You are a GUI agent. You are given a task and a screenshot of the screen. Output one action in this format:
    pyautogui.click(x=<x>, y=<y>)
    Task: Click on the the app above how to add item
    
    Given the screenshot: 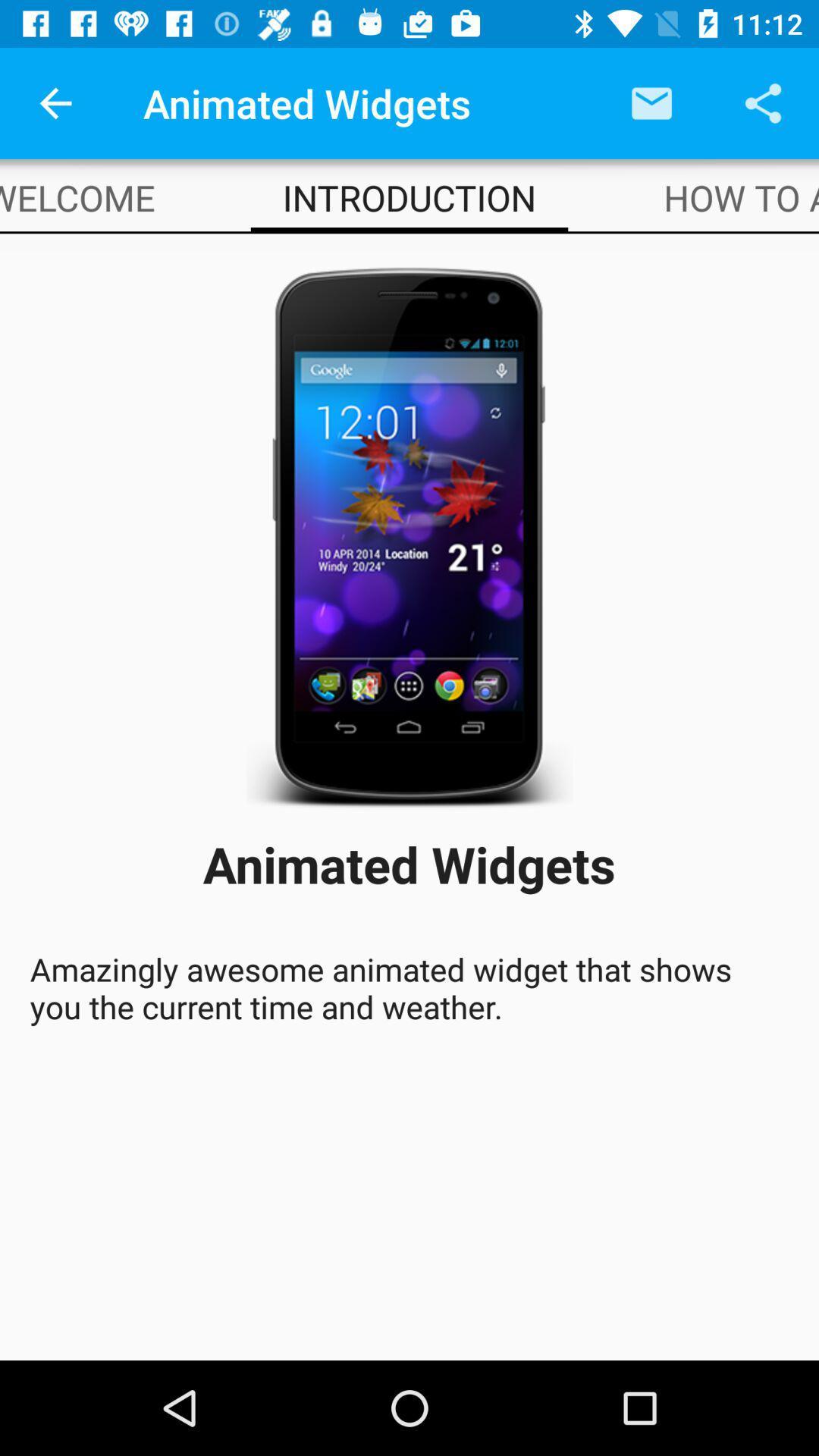 What is the action you would take?
    pyautogui.click(x=763, y=102)
    